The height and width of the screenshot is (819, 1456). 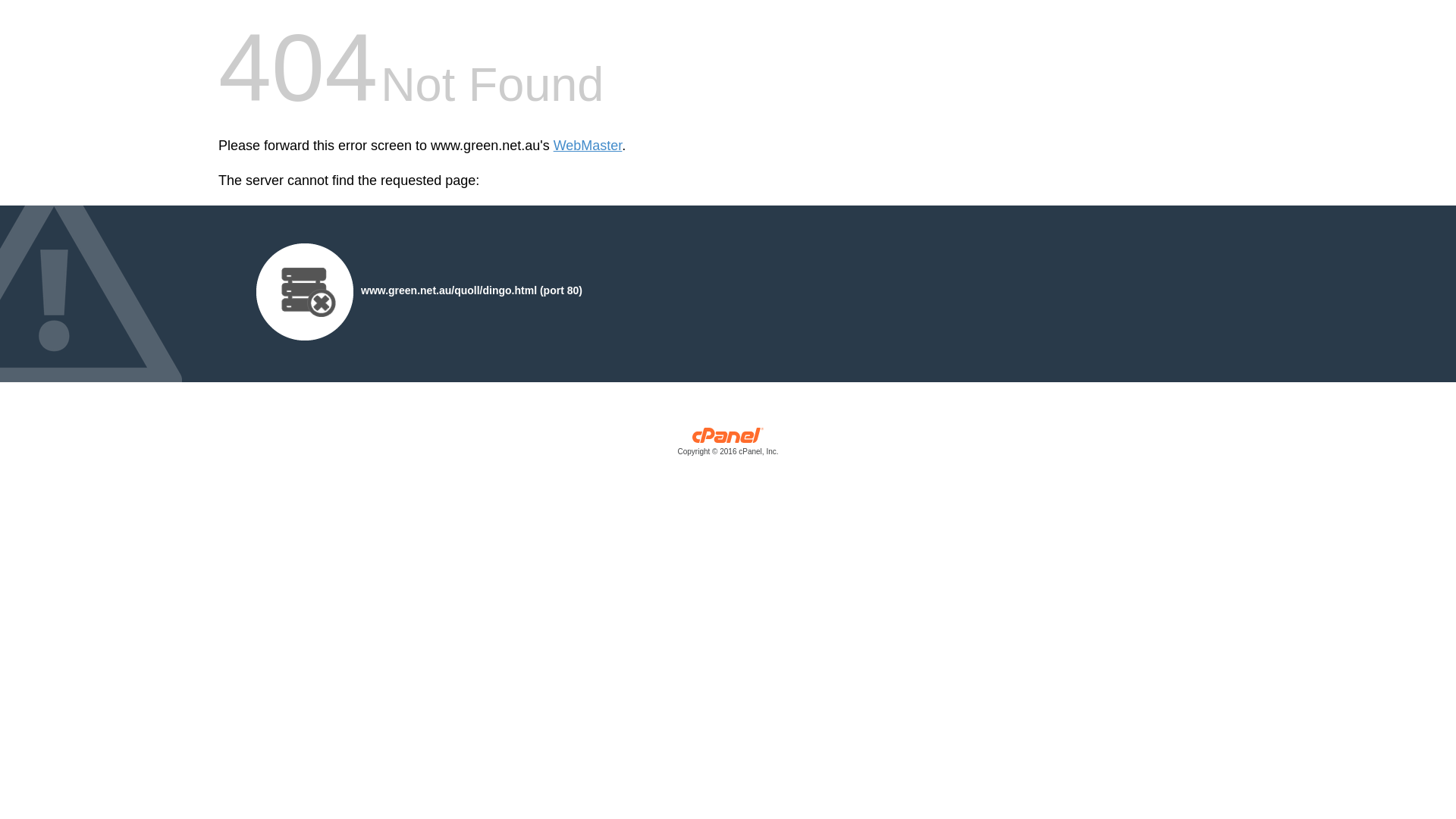 I want to click on 'WebMaster', so click(x=587, y=146).